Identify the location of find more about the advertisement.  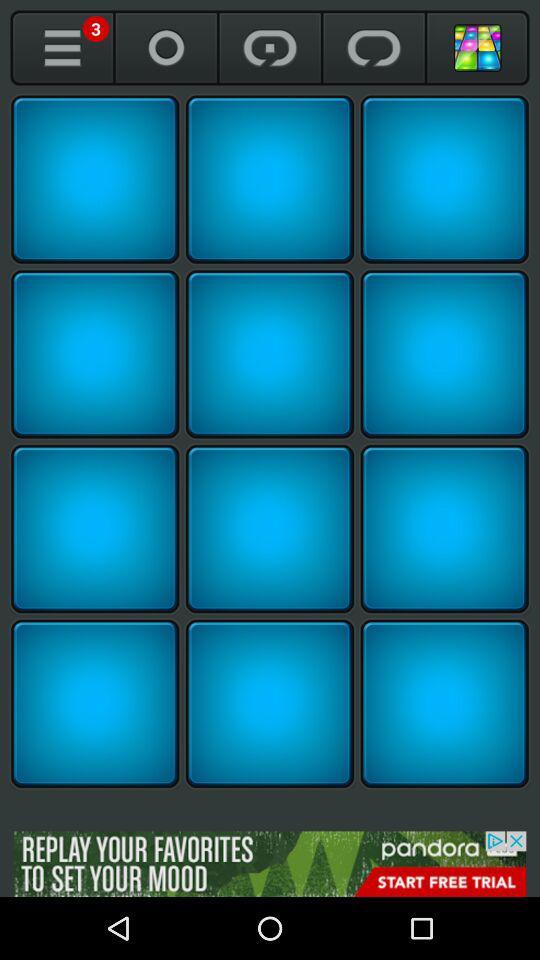
(270, 863).